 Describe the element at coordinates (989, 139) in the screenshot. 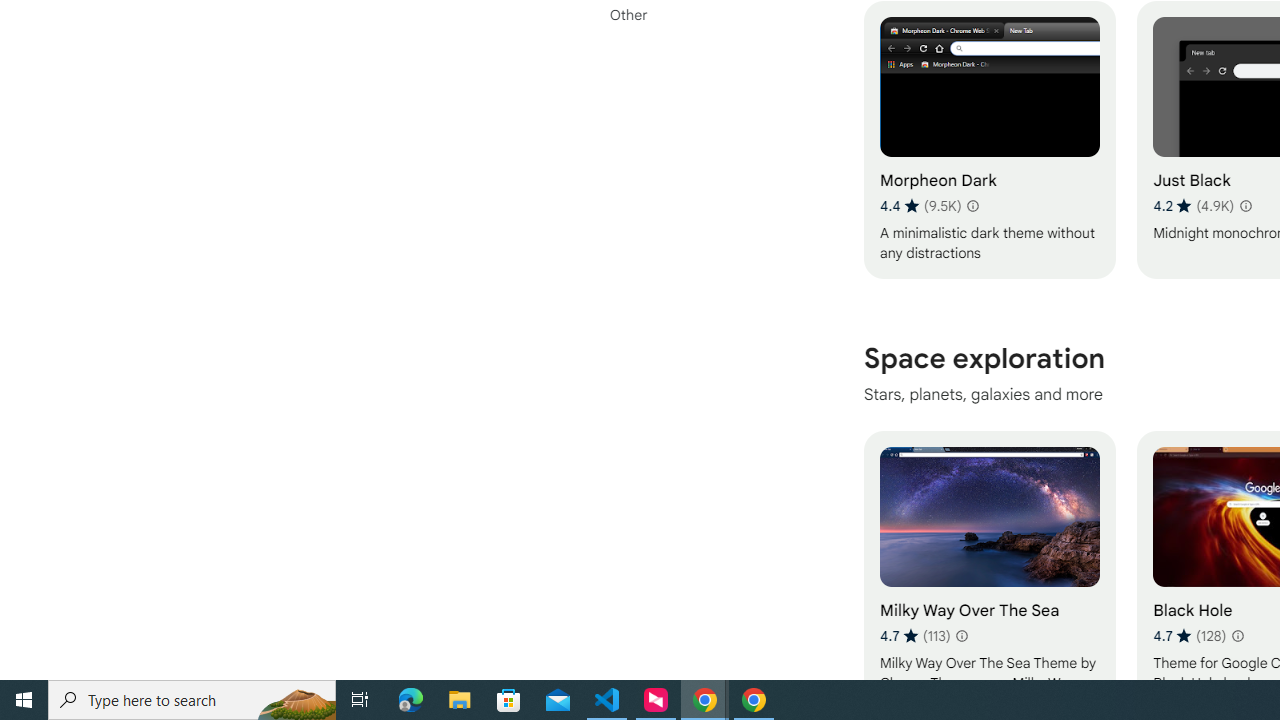

I see `'Morpheon Dark'` at that location.